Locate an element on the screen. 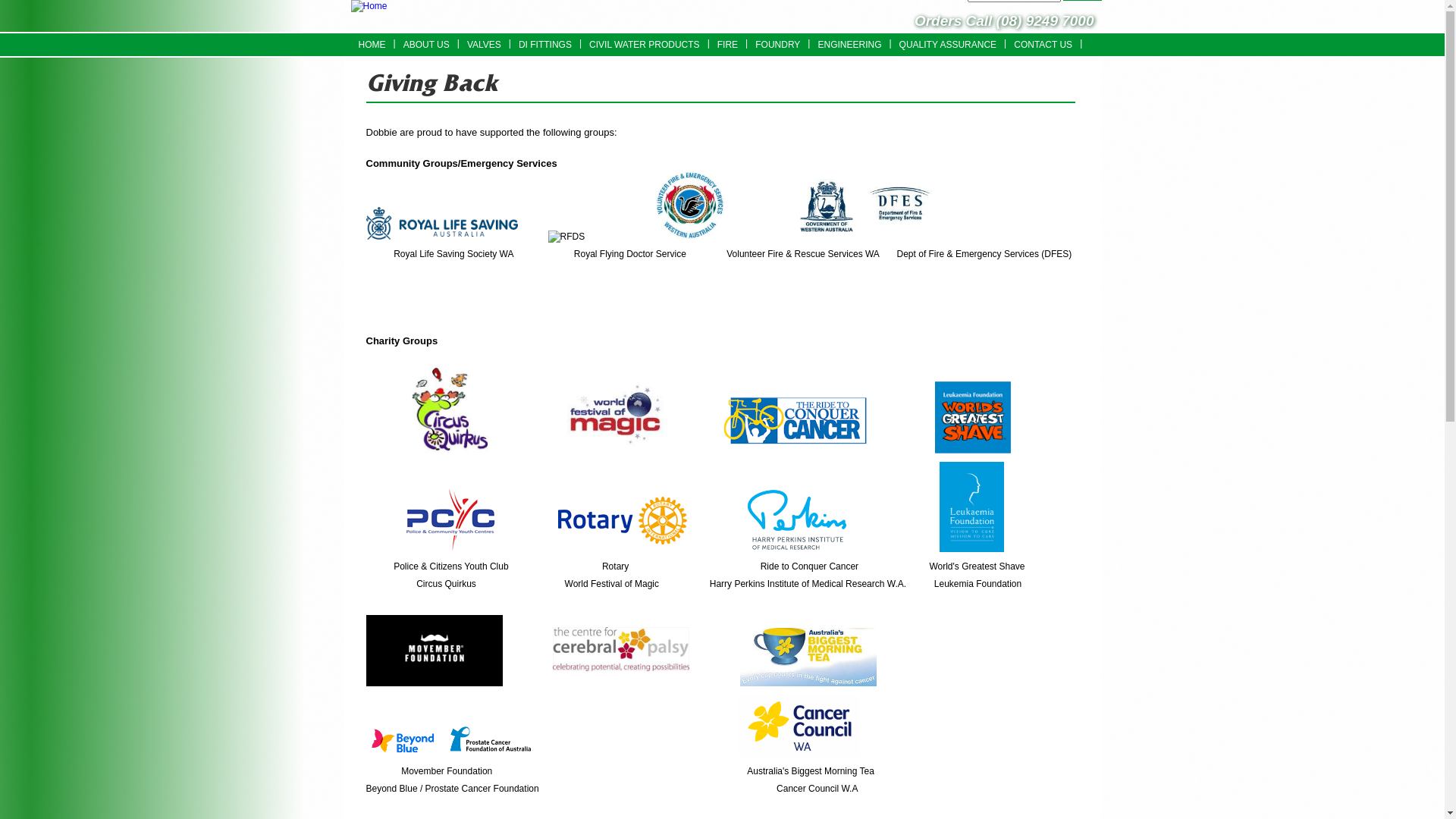 This screenshot has height=819, width=1456. 'DFES' is located at coordinates (864, 206).